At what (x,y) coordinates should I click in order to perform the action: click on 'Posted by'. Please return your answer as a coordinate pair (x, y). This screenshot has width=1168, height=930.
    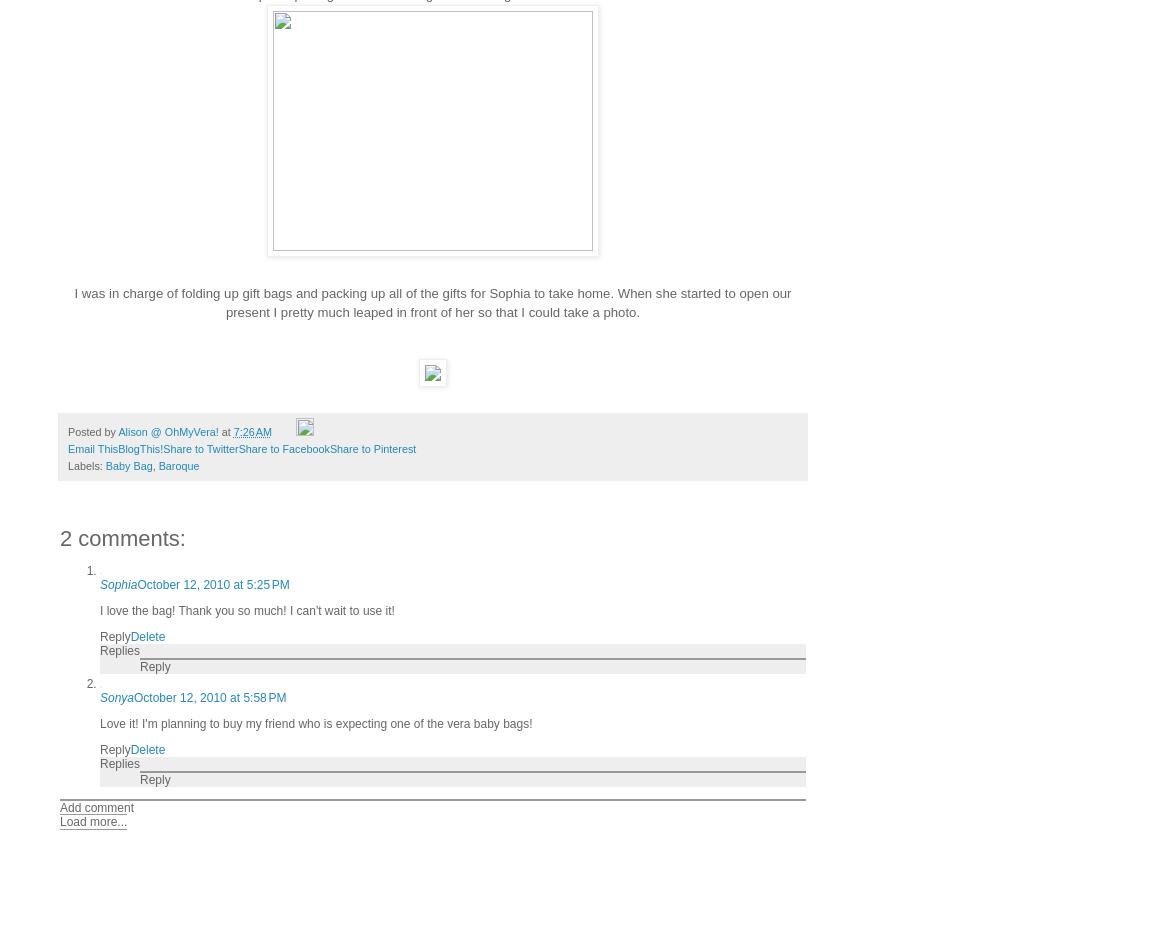
    Looking at the image, I should click on (91, 430).